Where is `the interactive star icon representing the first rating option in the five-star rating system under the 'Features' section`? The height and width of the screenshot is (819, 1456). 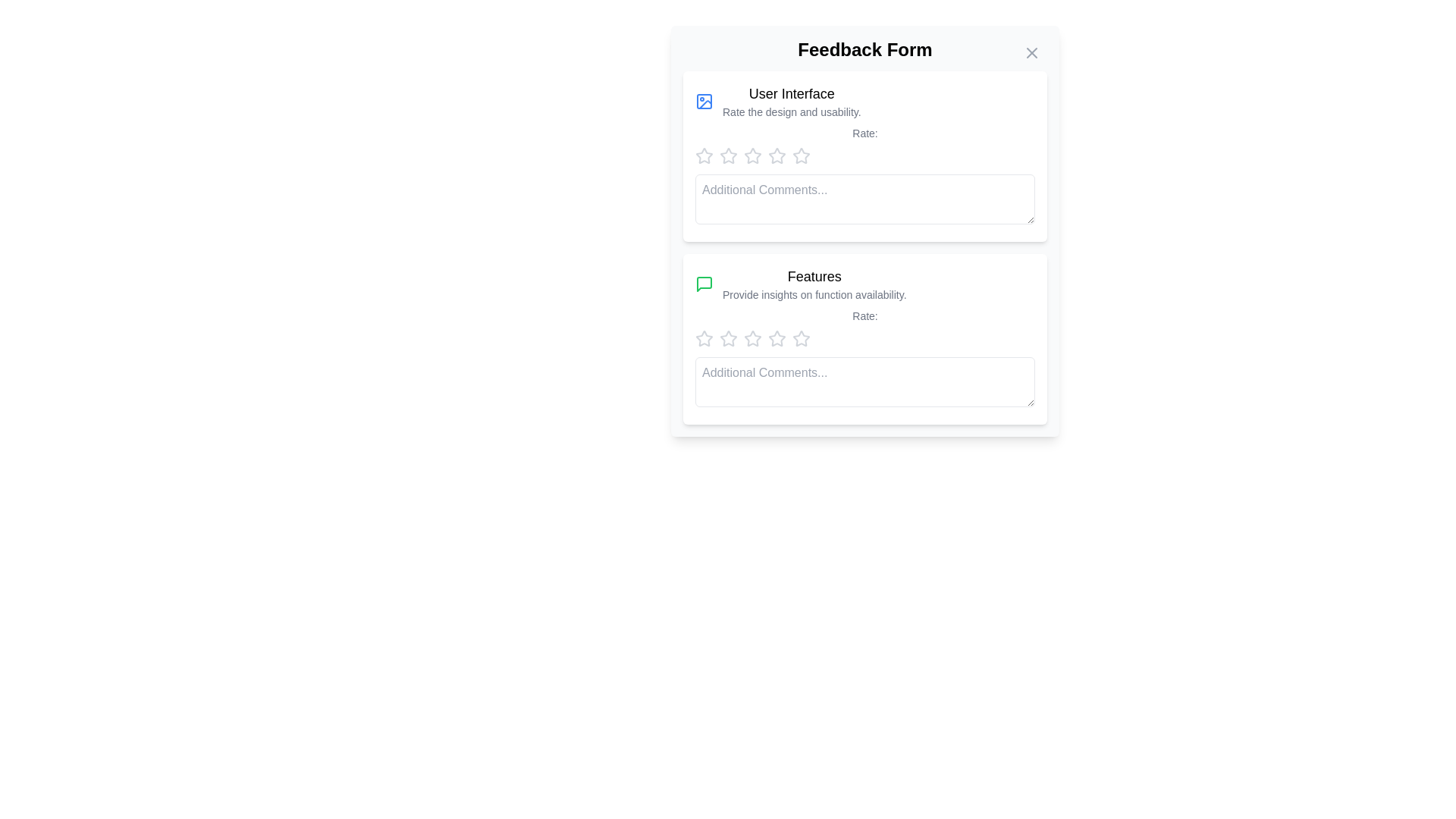 the interactive star icon representing the first rating option in the five-star rating system under the 'Features' section is located at coordinates (704, 338).